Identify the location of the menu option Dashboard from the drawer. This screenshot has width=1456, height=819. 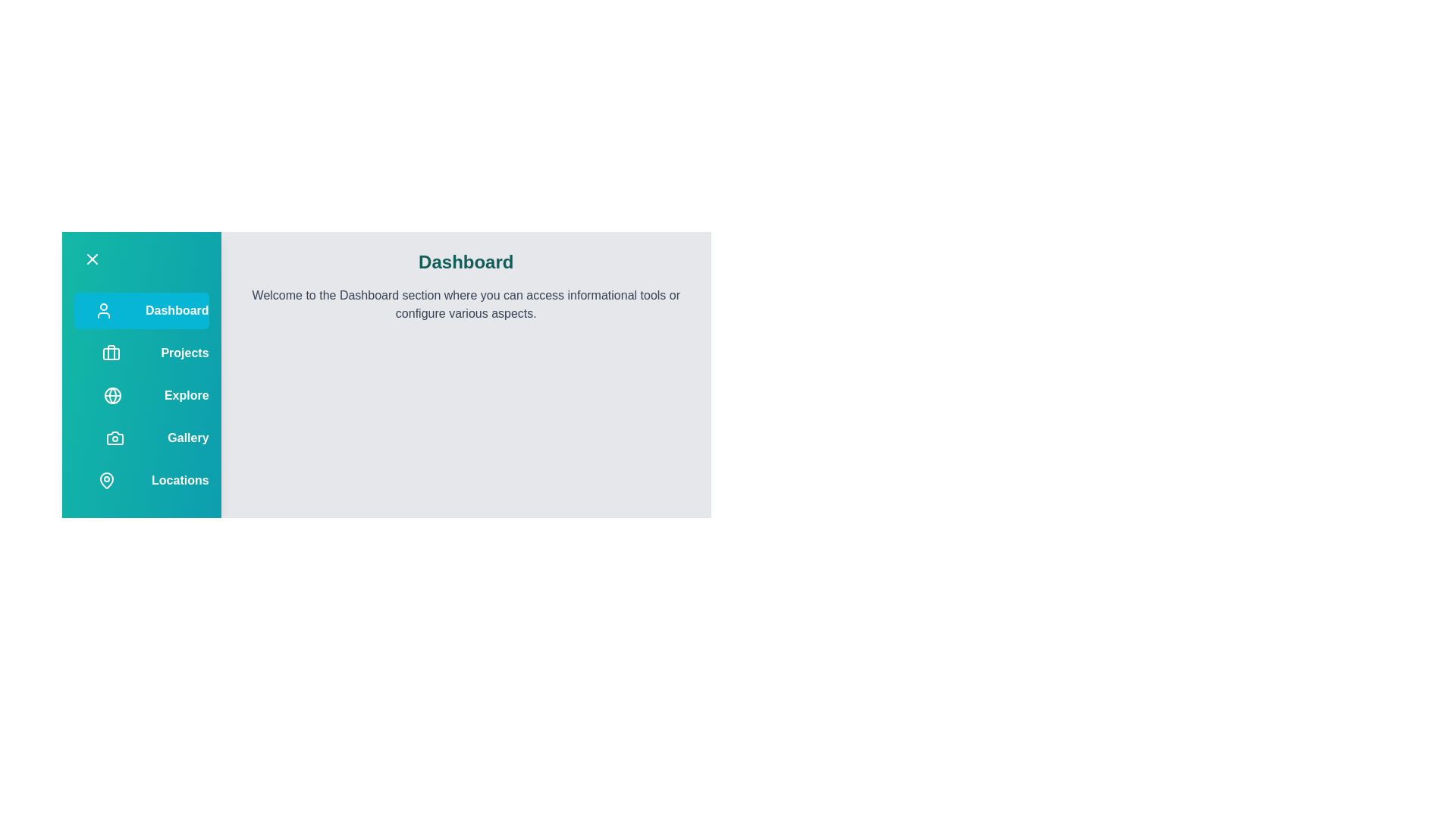
(141, 309).